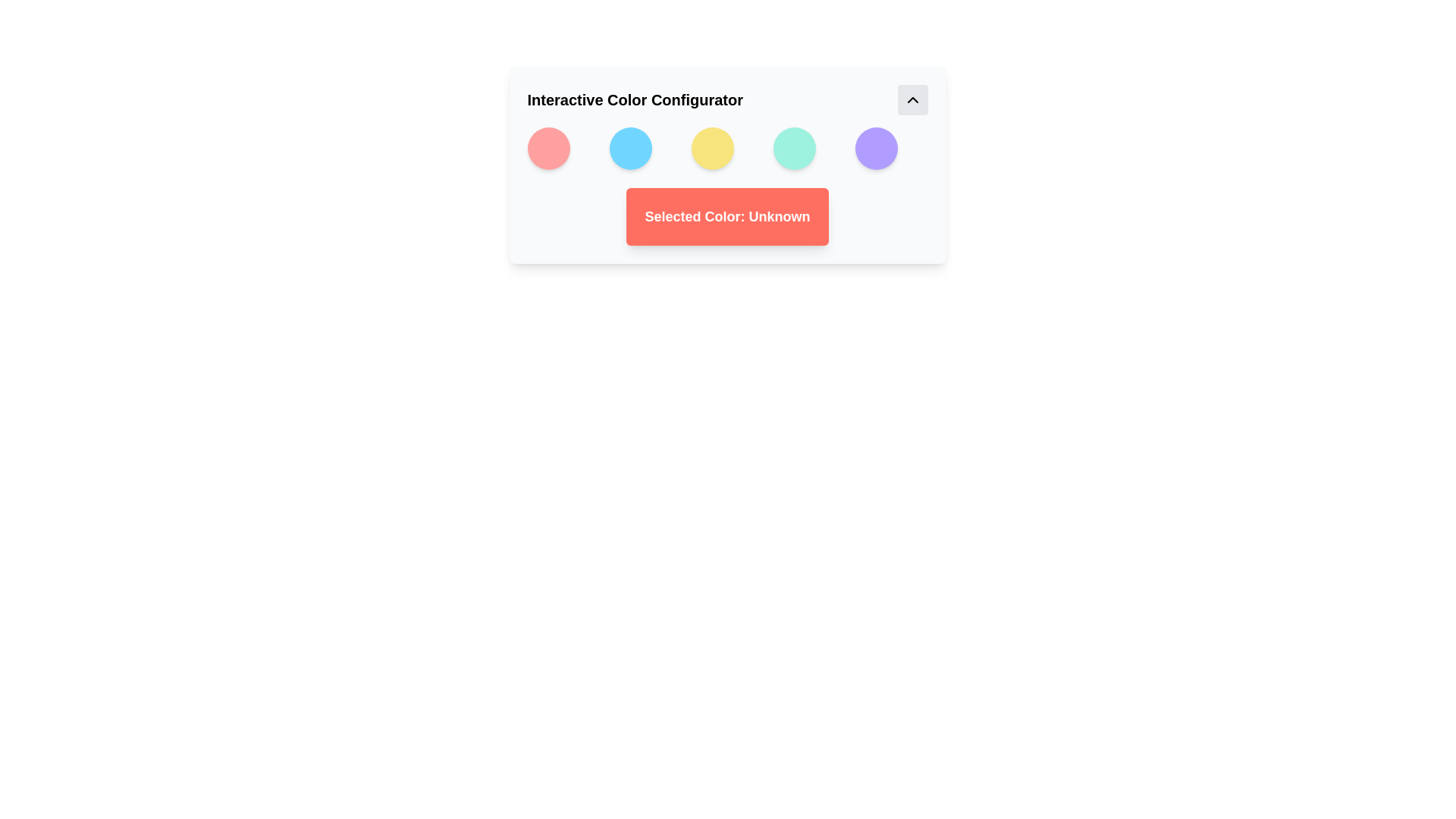 The image size is (1456, 819). Describe the element at coordinates (793, 149) in the screenshot. I see `the fourth circular button in the row of color chooser buttons` at that location.